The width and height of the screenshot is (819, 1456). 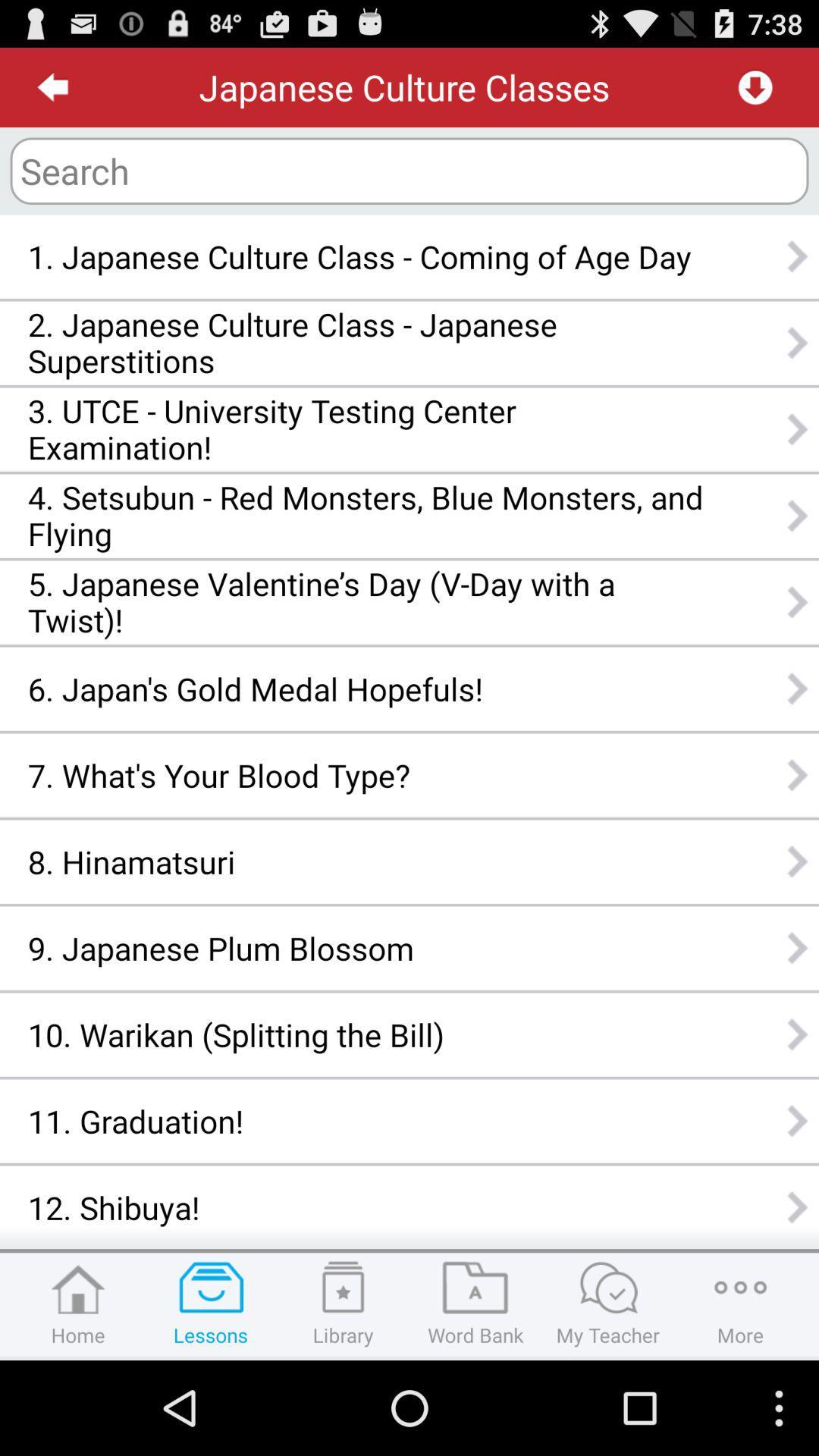 What do you see at coordinates (366, 1121) in the screenshot?
I see `the item above the 12. shibuya! item` at bounding box center [366, 1121].